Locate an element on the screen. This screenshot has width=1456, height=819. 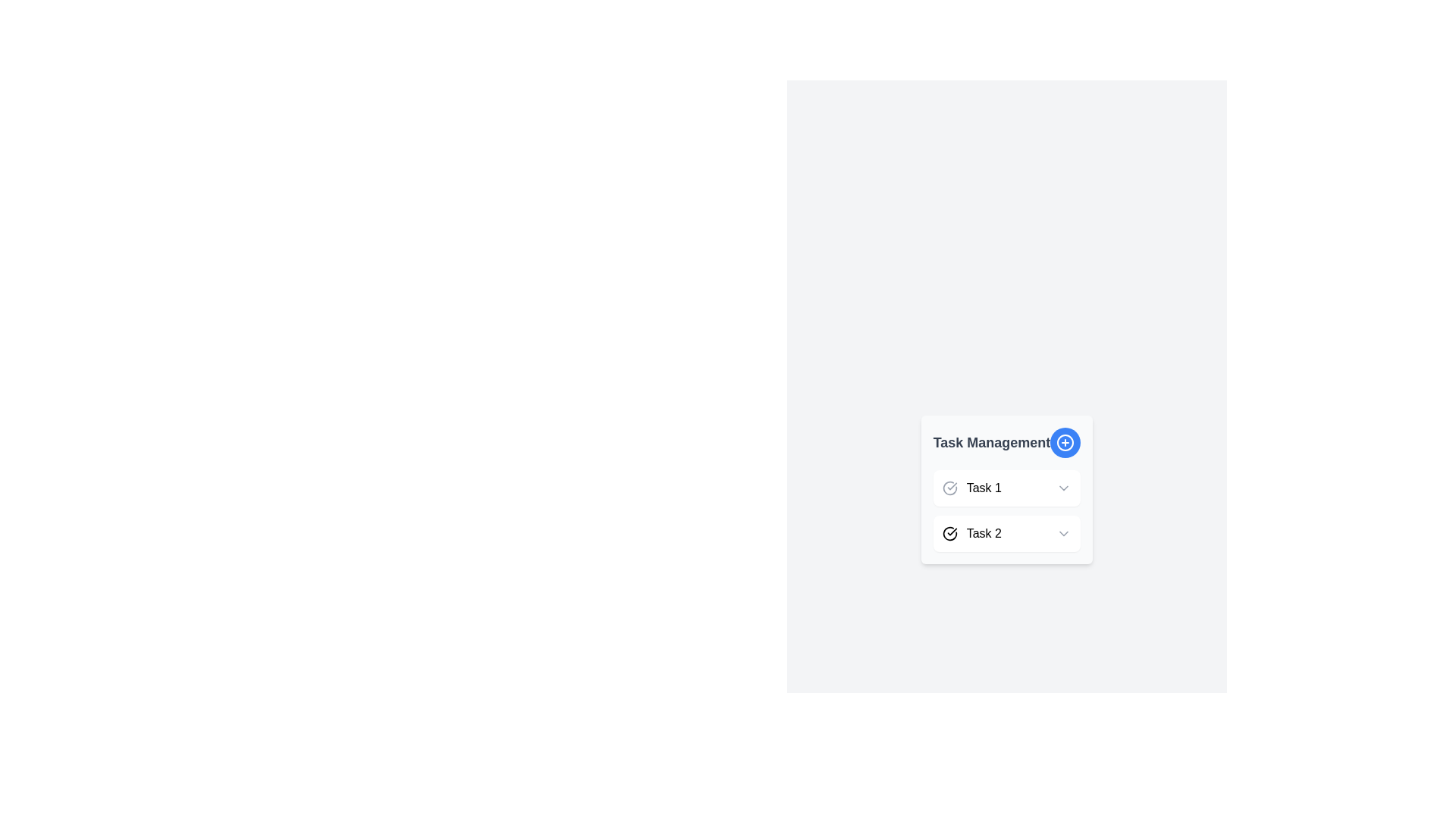
the text label that represents the title of the first task in the task management list is located at coordinates (971, 488).